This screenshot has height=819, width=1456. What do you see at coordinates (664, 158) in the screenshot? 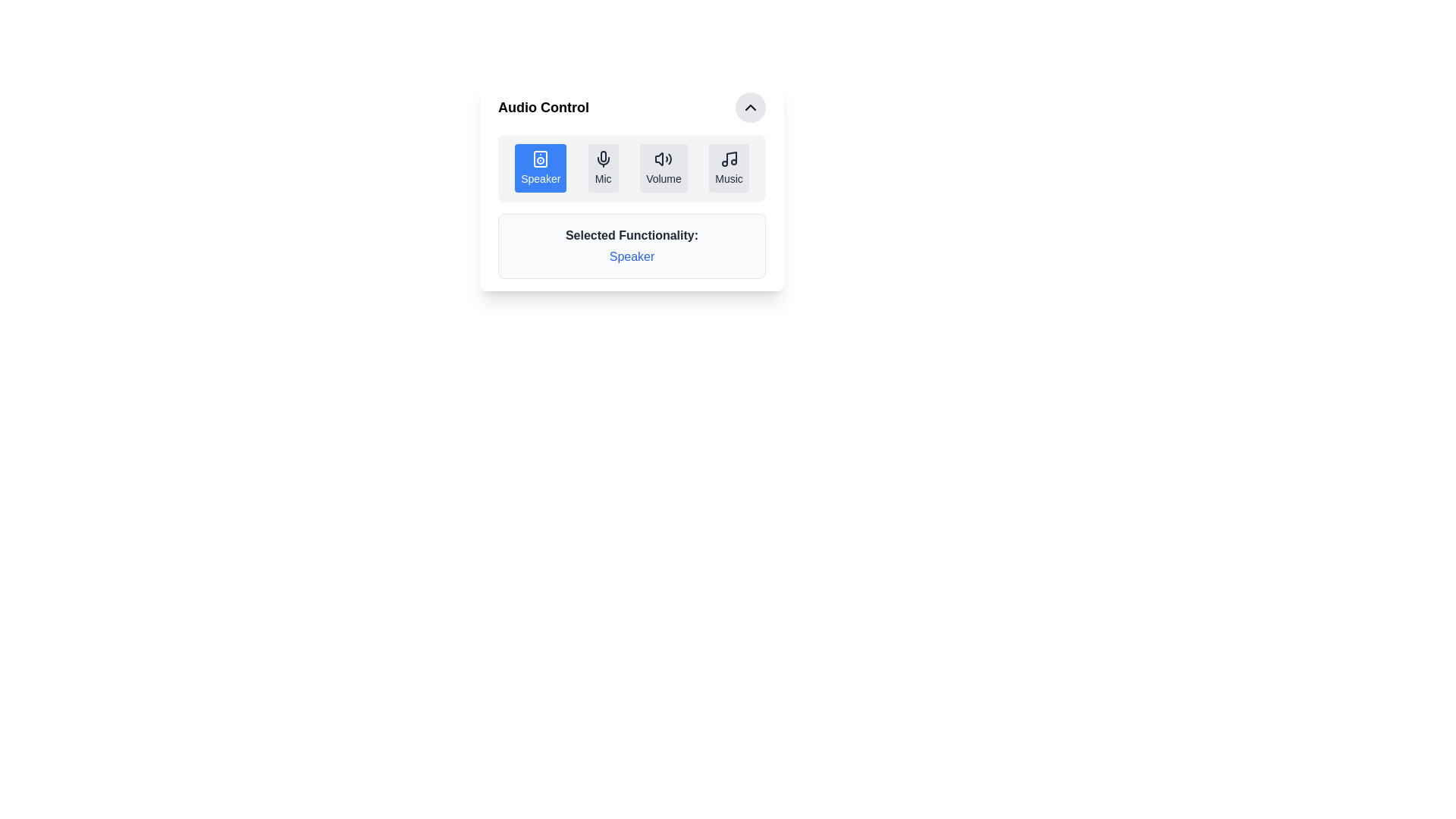
I see `the volume control icon located inside the 'Volume' button, which is the third button from the left in the toolbar under the 'Audio Control' heading` at bounding box center [664, 158].